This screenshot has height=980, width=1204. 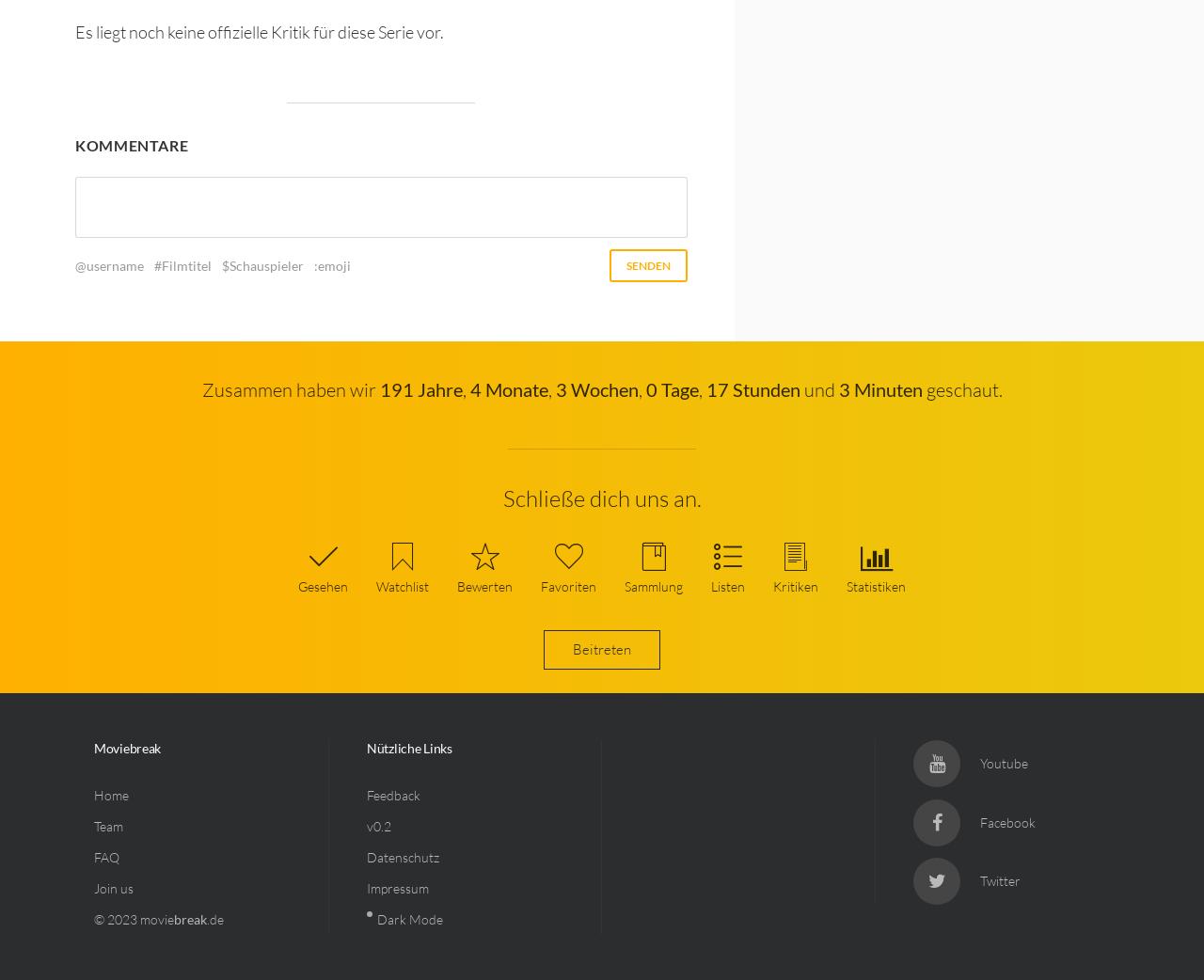 I want to click on '3 Minuten', so click(x=837, y=387).